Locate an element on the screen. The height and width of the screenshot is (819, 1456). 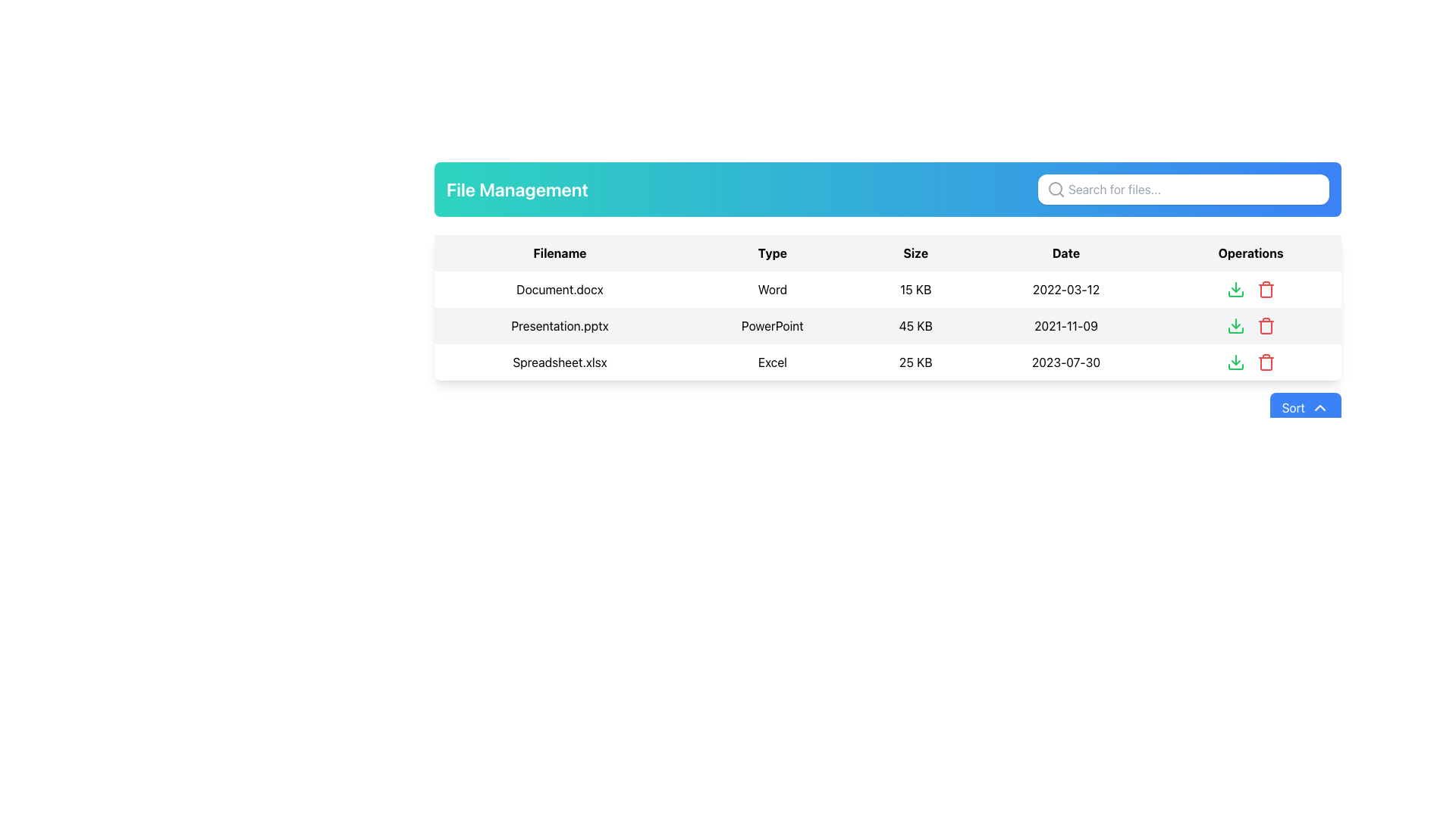
the bold text label reading 'Type', which is the second column header in a five-header table, positioned centrally near the top of the table layout area is located at coordinates (772, 253).